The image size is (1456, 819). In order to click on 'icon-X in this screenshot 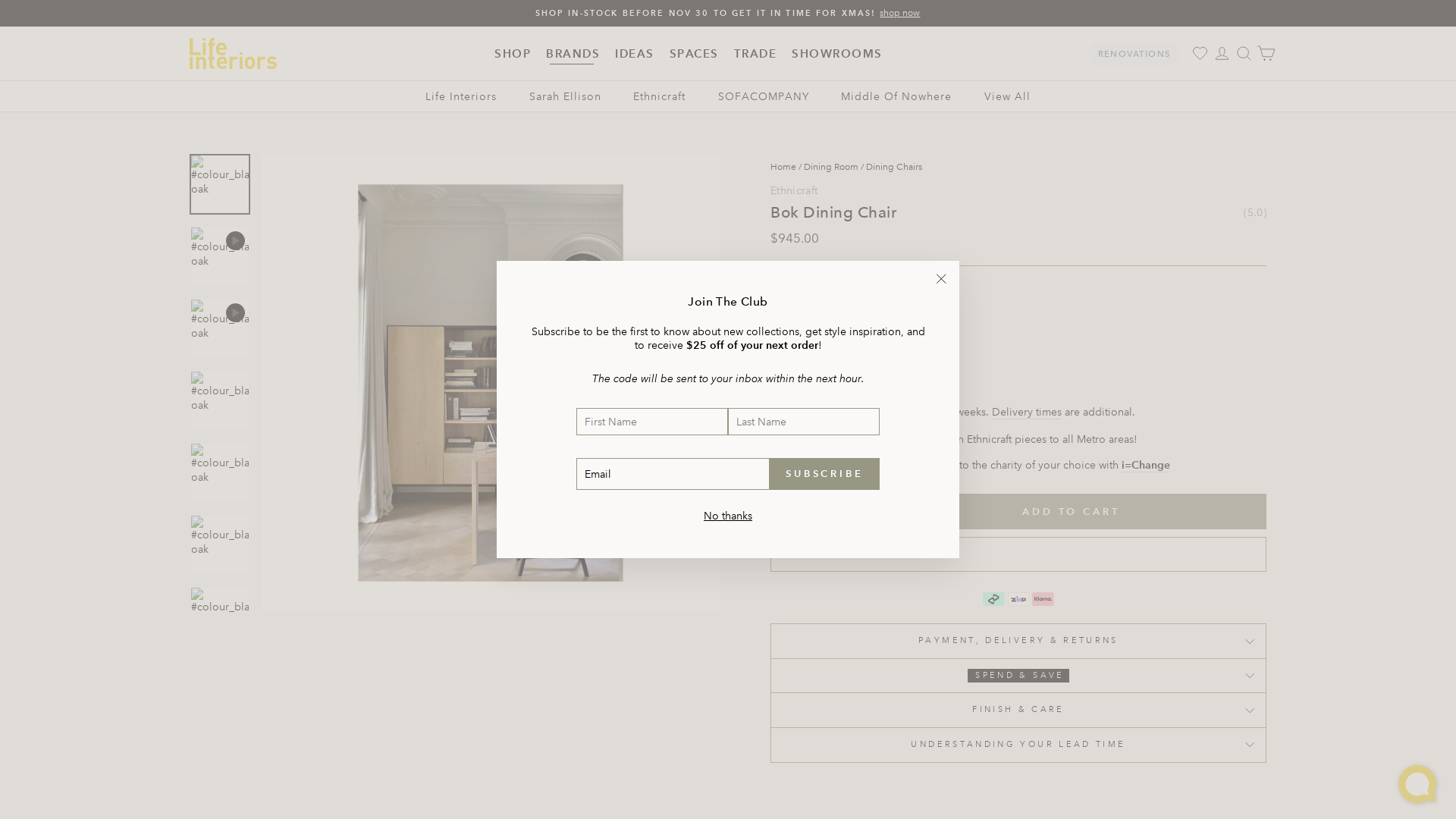, I will do `click(940, 278)`.